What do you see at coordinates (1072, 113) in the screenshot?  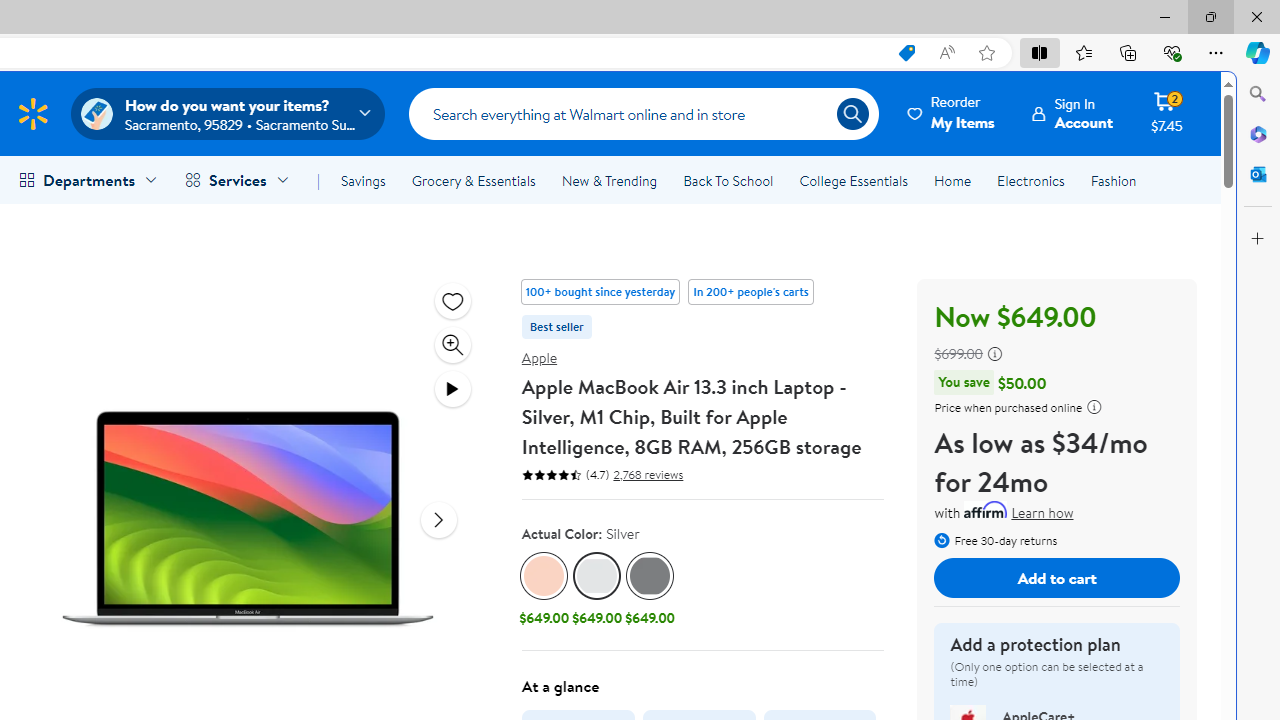 I see `'Sign InAccount'` at bounding box center [1072, 113].